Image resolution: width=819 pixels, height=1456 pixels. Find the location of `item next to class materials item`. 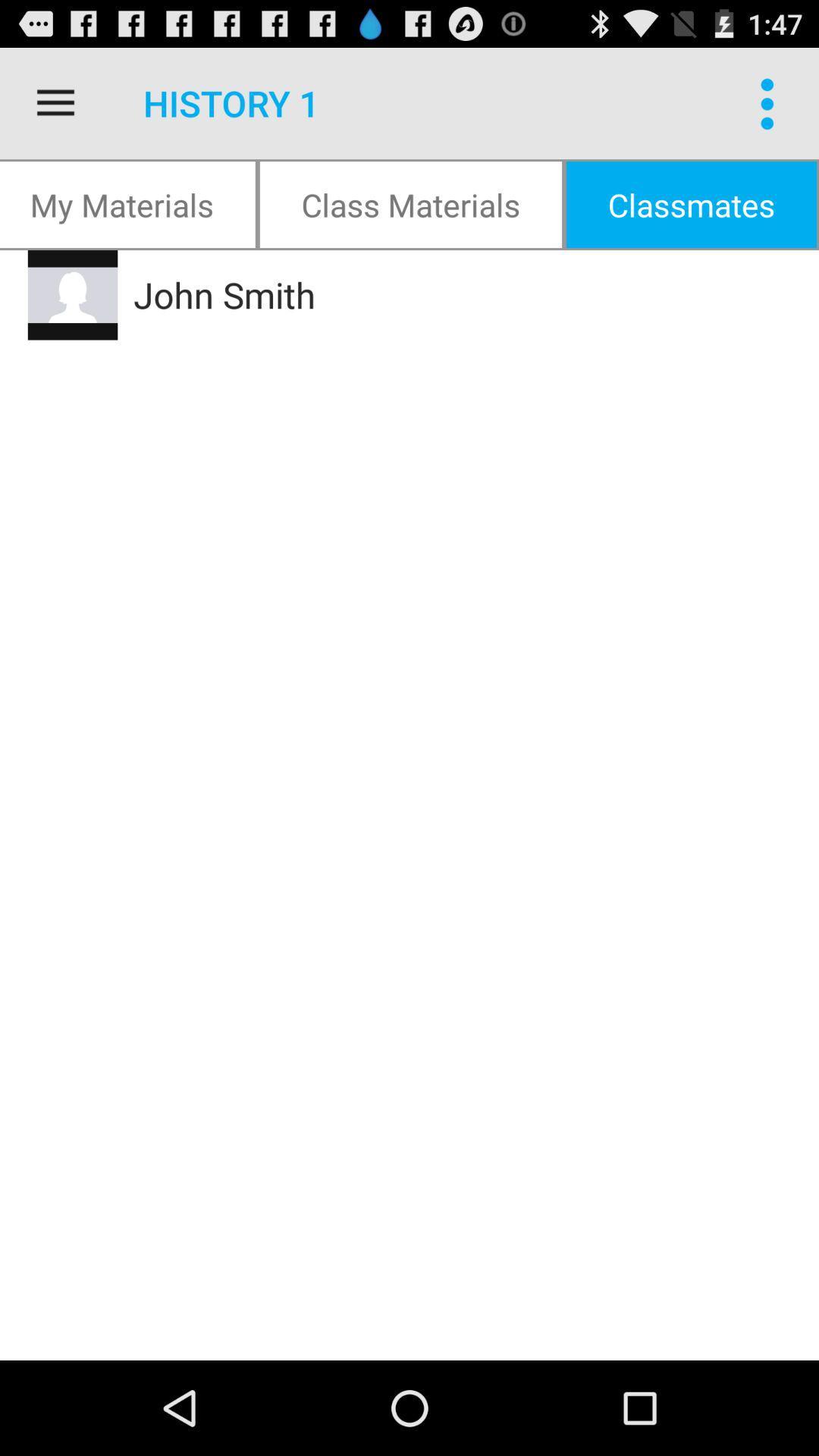

item next to class materials item is located at coordinates (691, 203).